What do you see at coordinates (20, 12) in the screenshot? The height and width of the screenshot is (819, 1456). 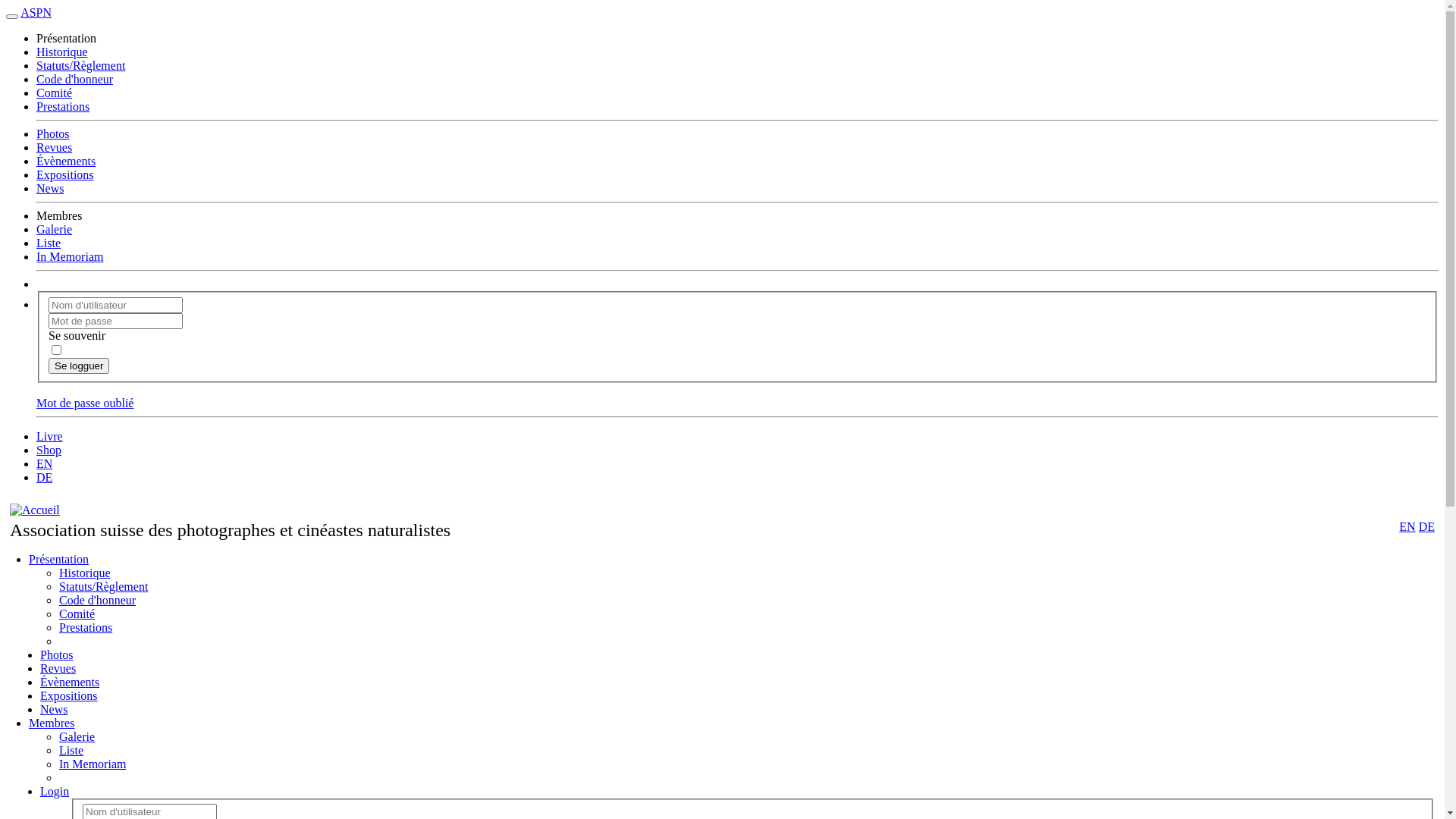 I see `'ASPN'` at bounding box center [20, 12].